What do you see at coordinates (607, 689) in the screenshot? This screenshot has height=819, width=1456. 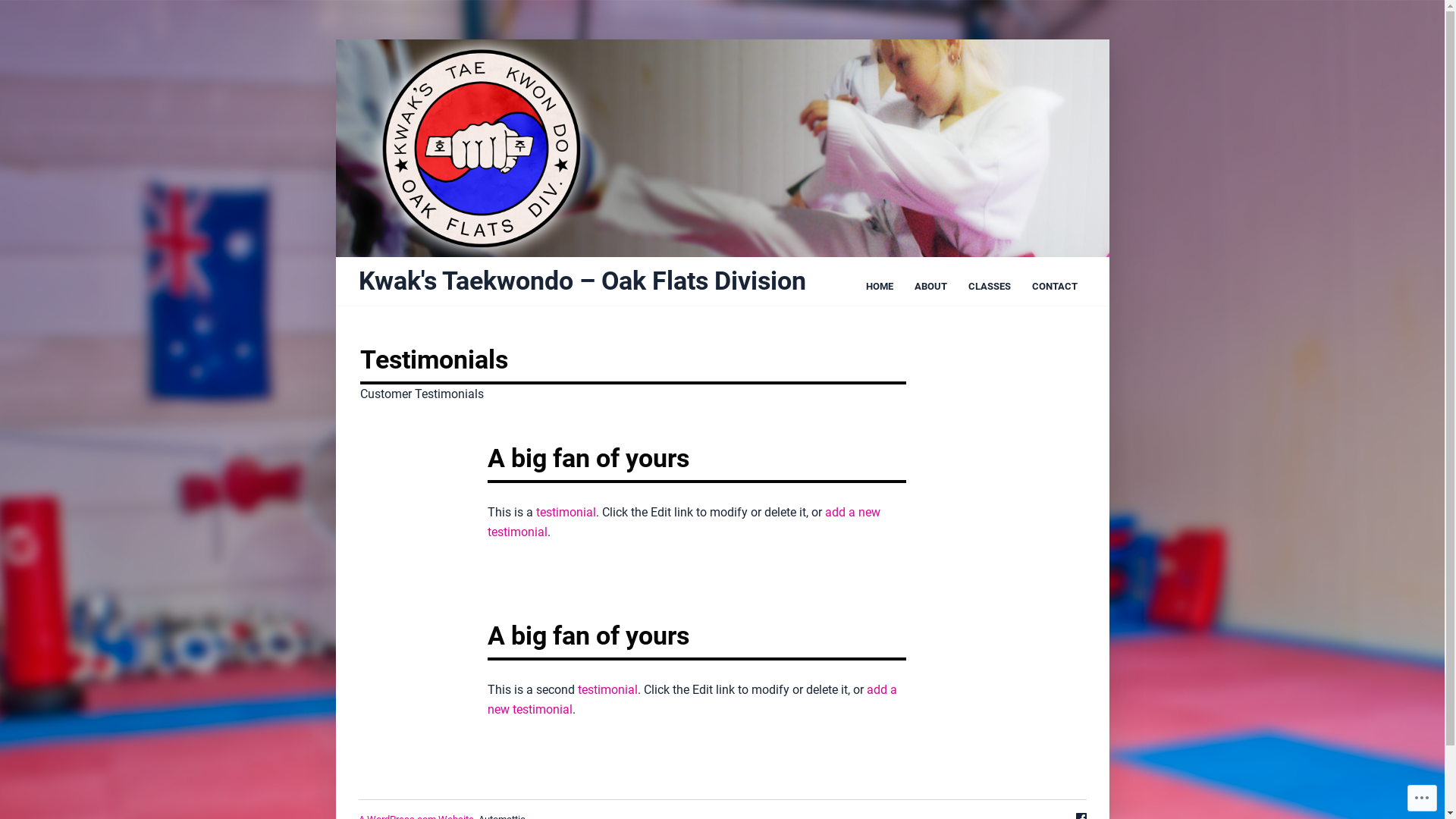 I see `'testimonial'` at bounding box center [607, 689].